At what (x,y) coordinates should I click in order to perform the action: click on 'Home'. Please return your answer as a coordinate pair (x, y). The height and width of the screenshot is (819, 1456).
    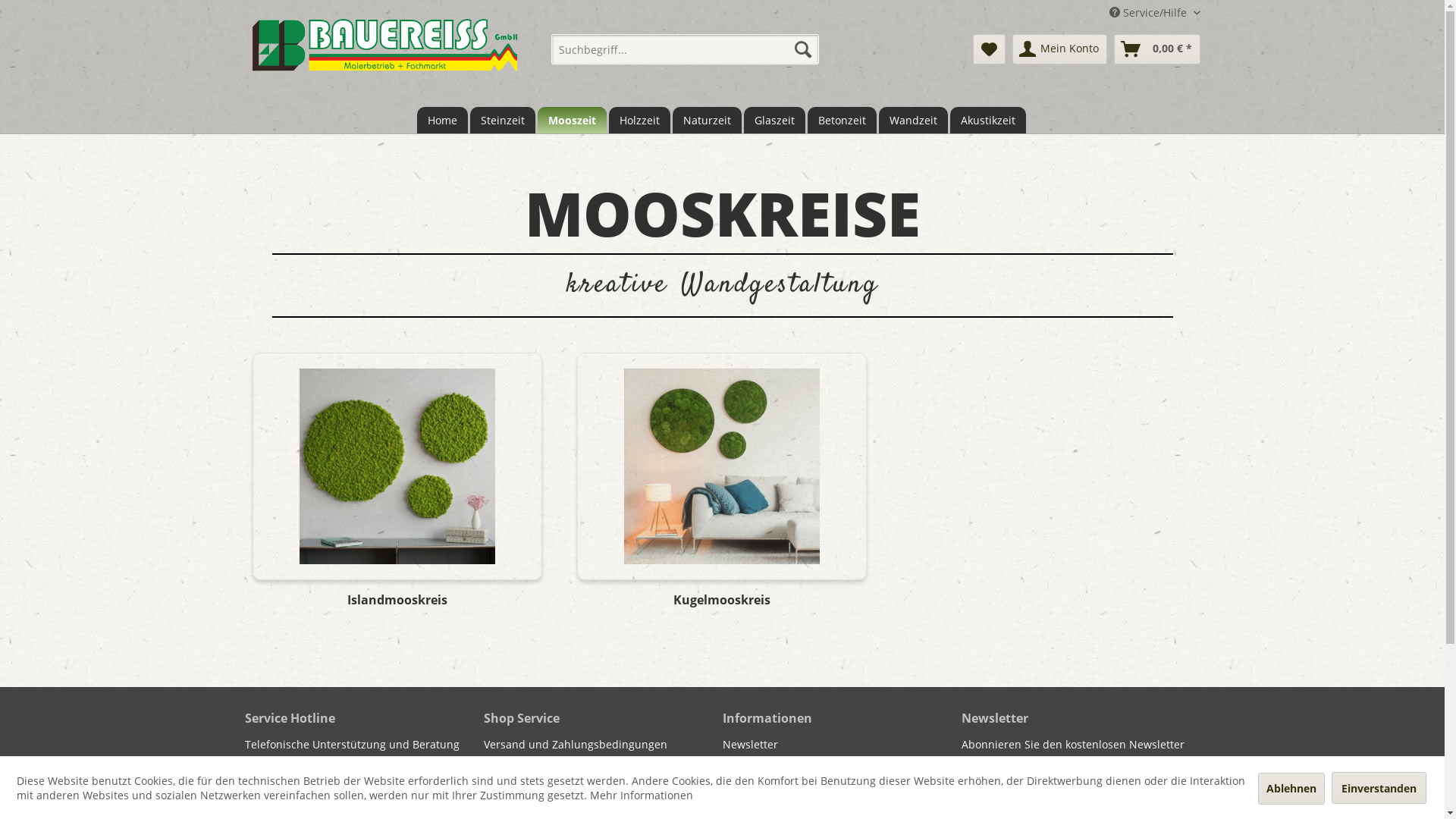
    Looking at the image, I should click on (417, 119).